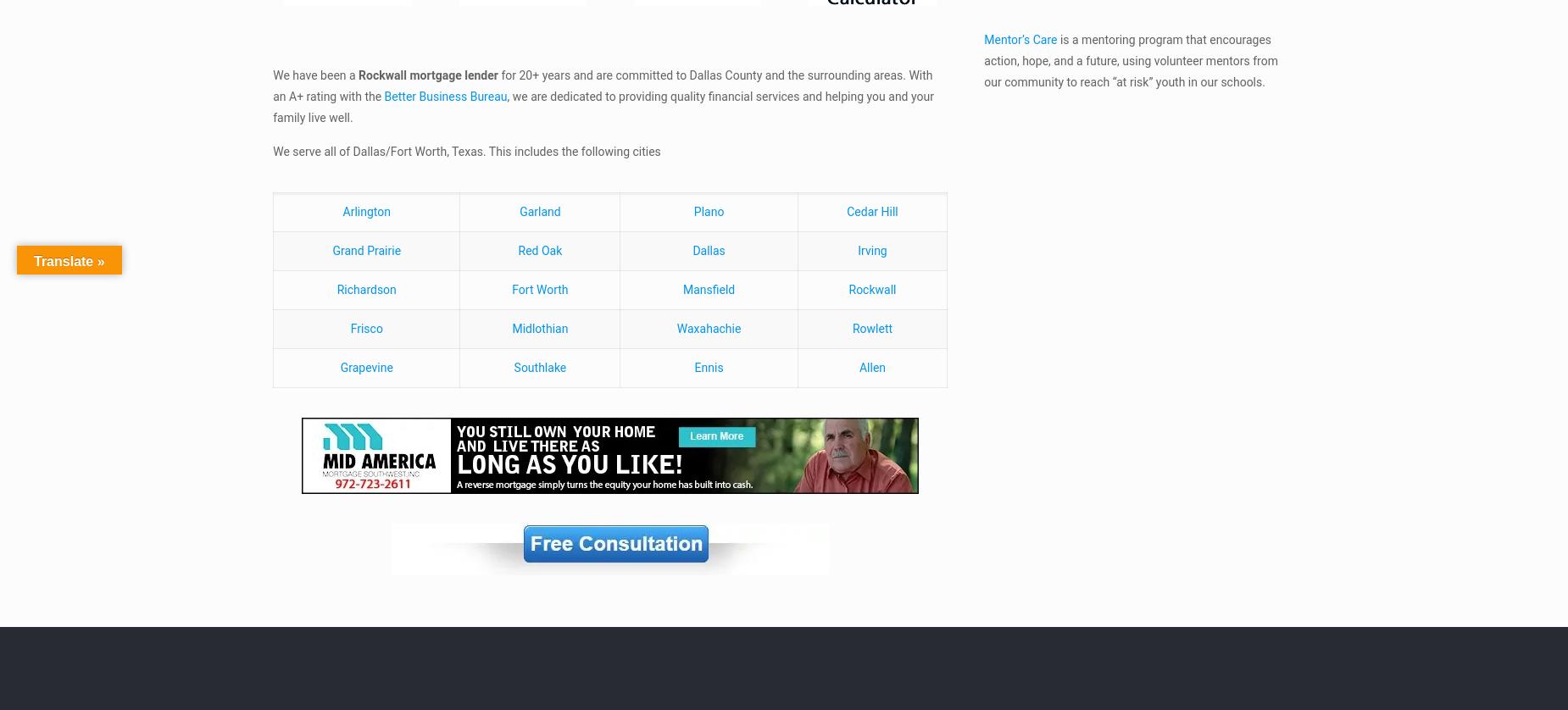 Image resolution: width=1568 pixels, height=710 pixels. I want to click on 'Translate »', so click(68, 260).